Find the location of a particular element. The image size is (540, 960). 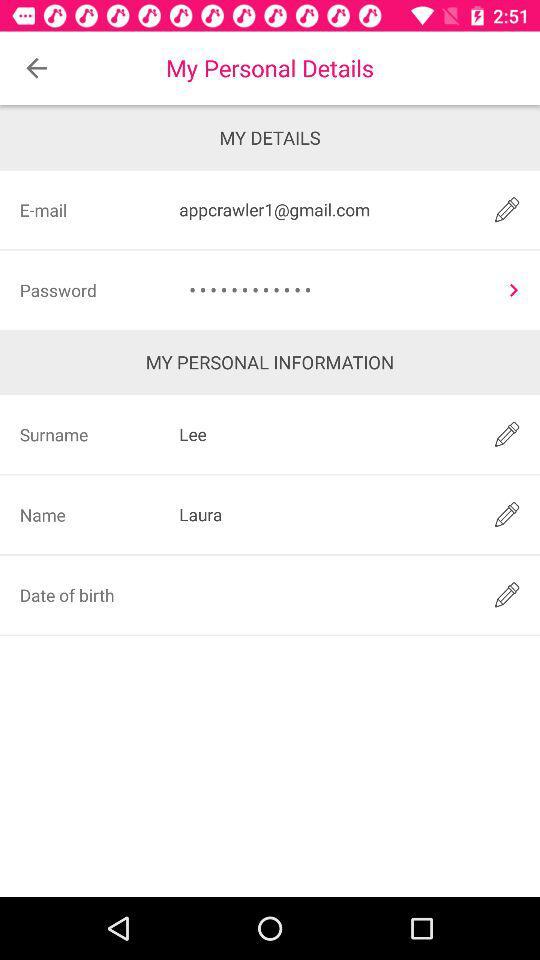

item to the right of the e-mail is located at coordinates (323, 209).